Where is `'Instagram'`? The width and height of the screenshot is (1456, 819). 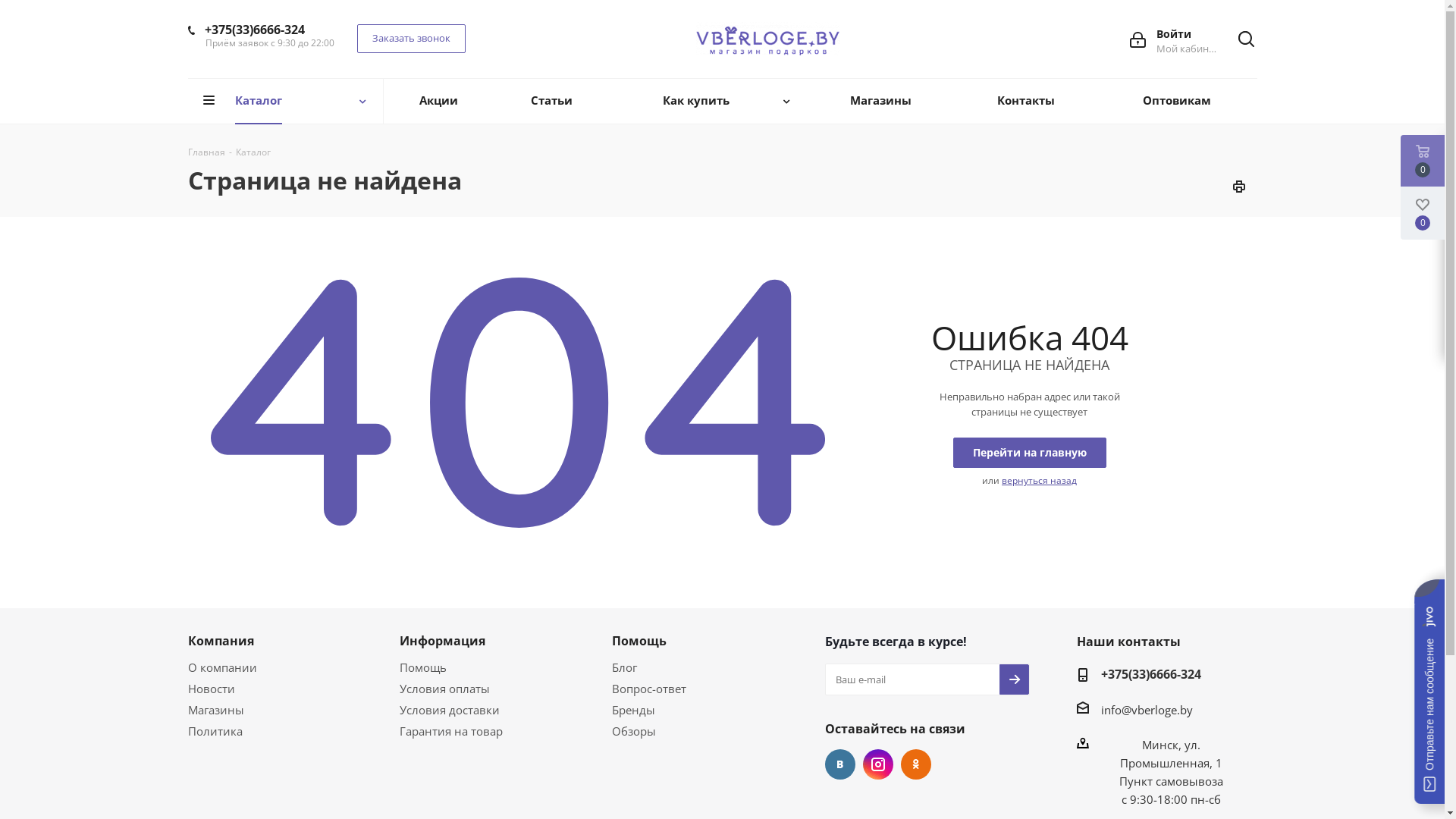 'Instagram' is located at coordinates (877, 764).